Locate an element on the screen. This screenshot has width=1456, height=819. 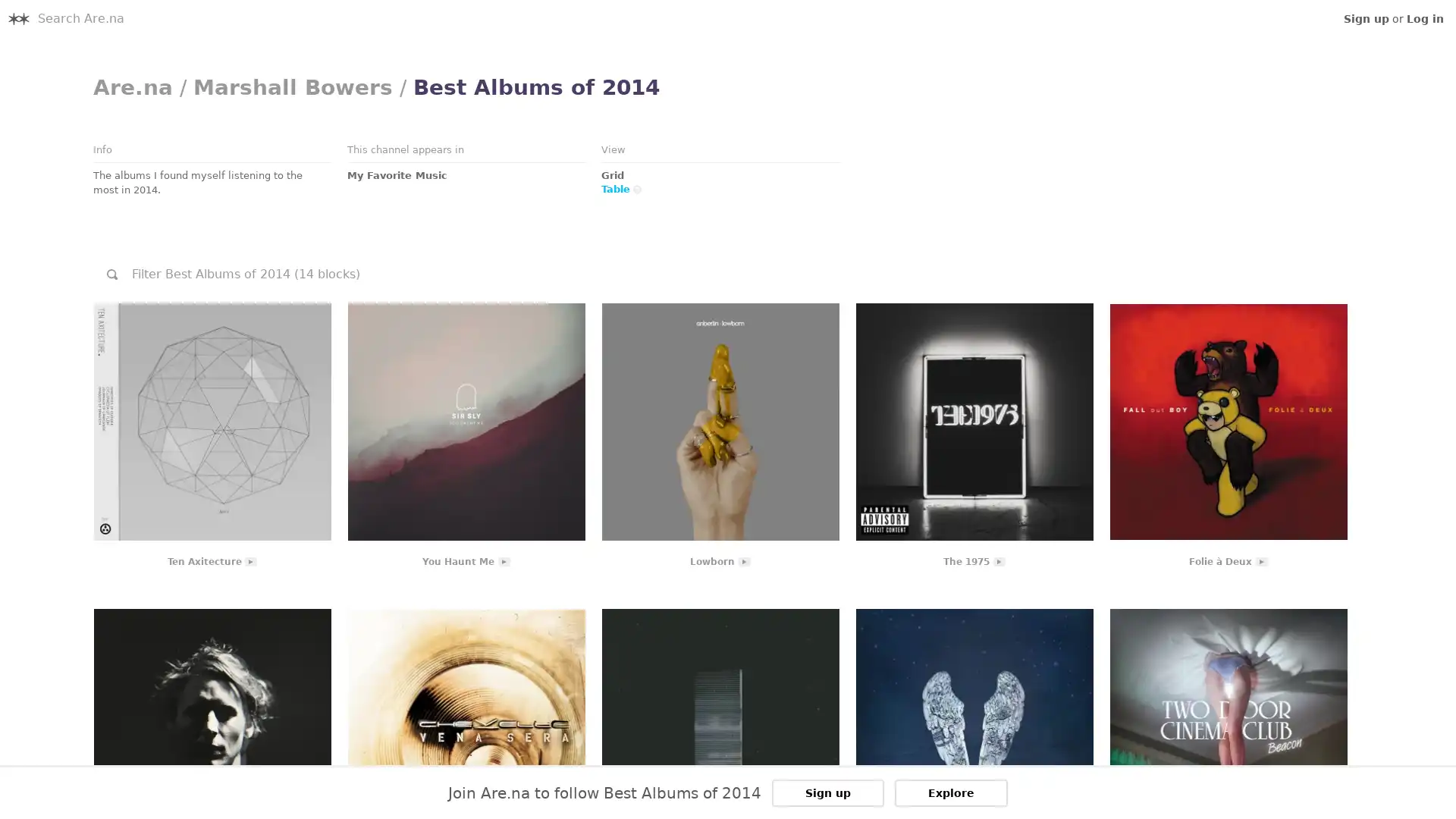
Link to Embed: Lowborn is located at coordinates (719, 421).